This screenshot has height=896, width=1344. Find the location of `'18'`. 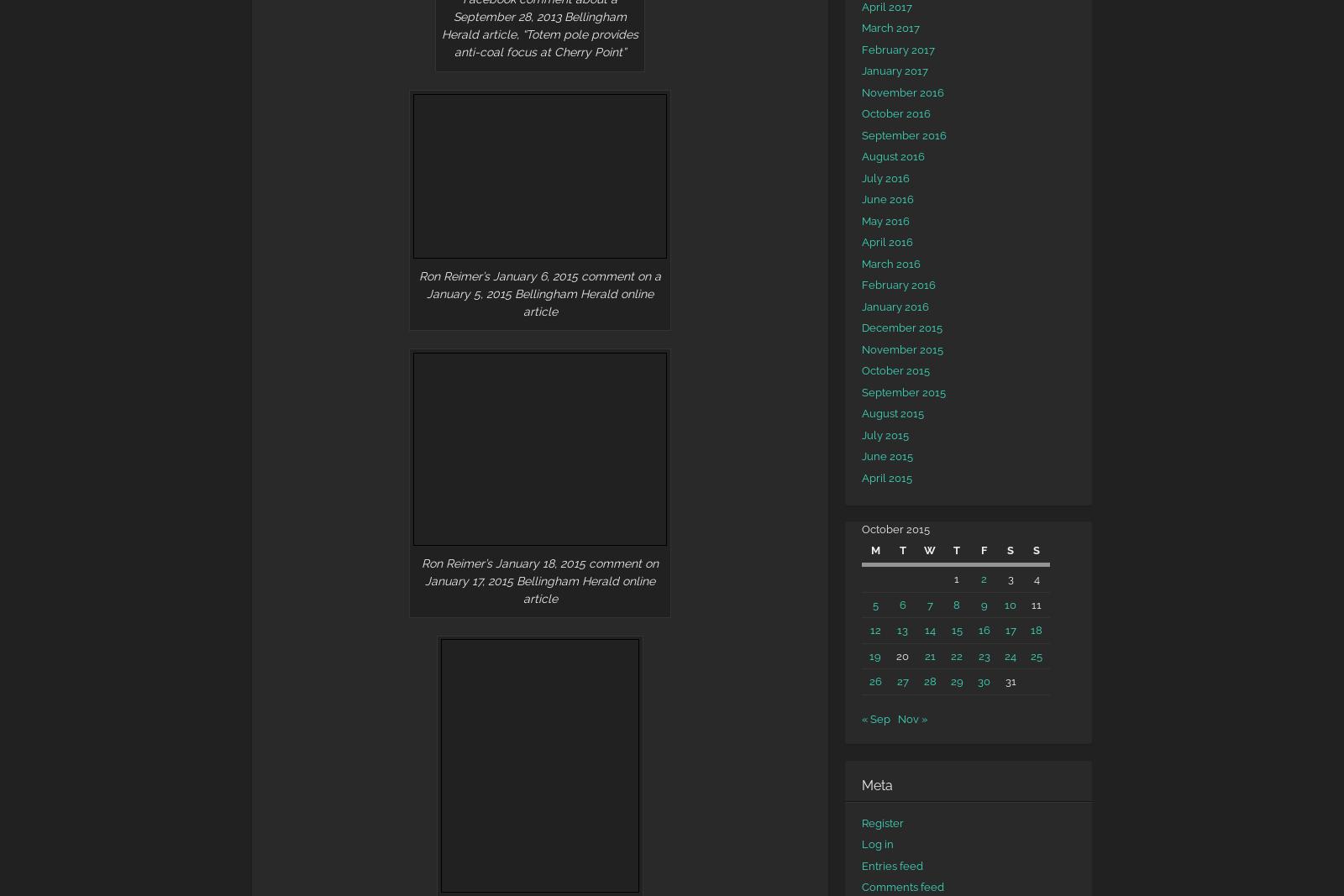

'18' is located at coordinates (1035, 629).